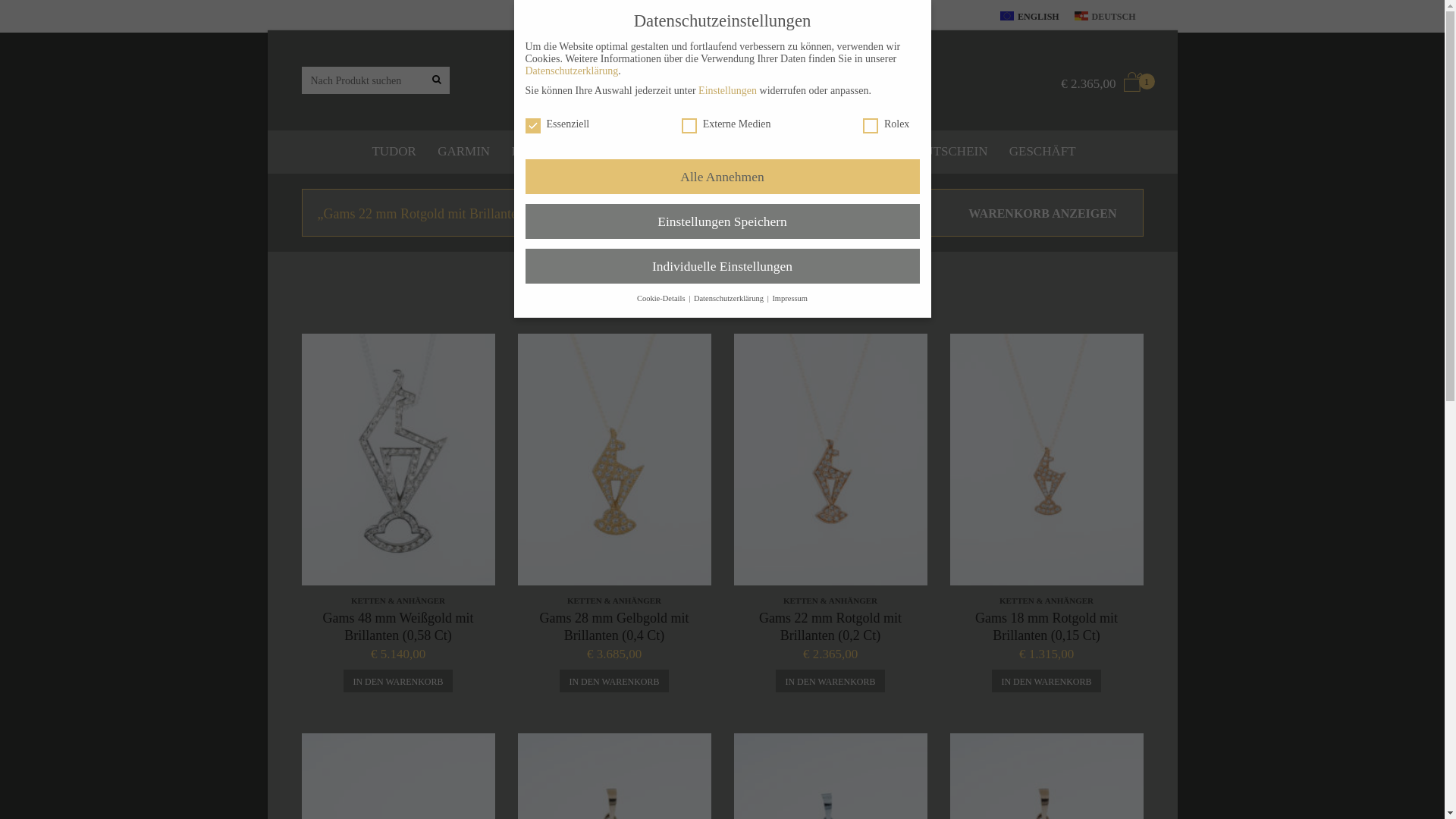  What do you see at coordinates (510, 152) in the screenshot?
I see `'KB UHR'` at bounding box center [510, 152].